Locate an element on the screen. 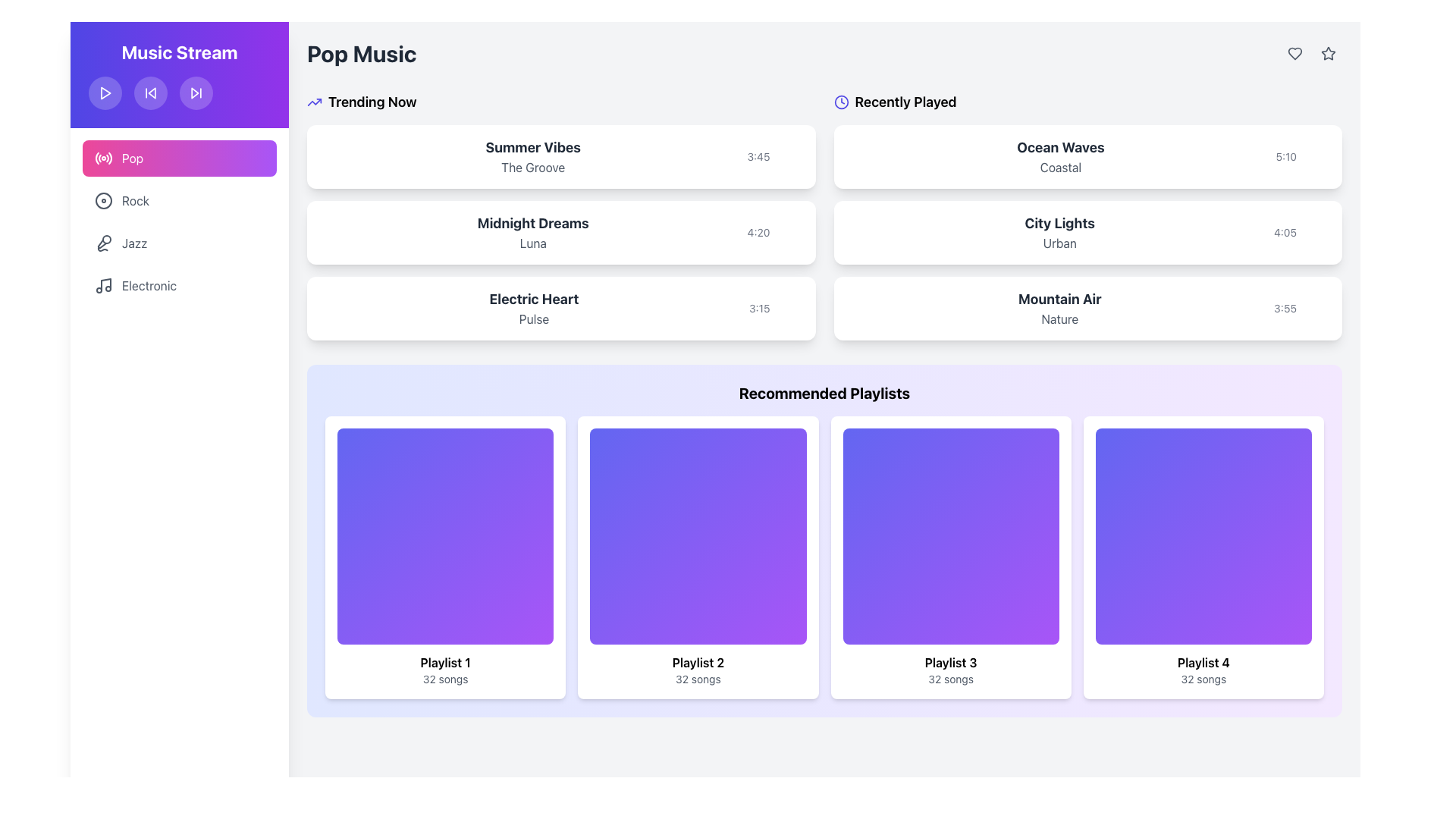  the 'Jazz' music category button, which is the third entry in the vertical list under the 'Music Stream' section is located at coordinates (179, 242).